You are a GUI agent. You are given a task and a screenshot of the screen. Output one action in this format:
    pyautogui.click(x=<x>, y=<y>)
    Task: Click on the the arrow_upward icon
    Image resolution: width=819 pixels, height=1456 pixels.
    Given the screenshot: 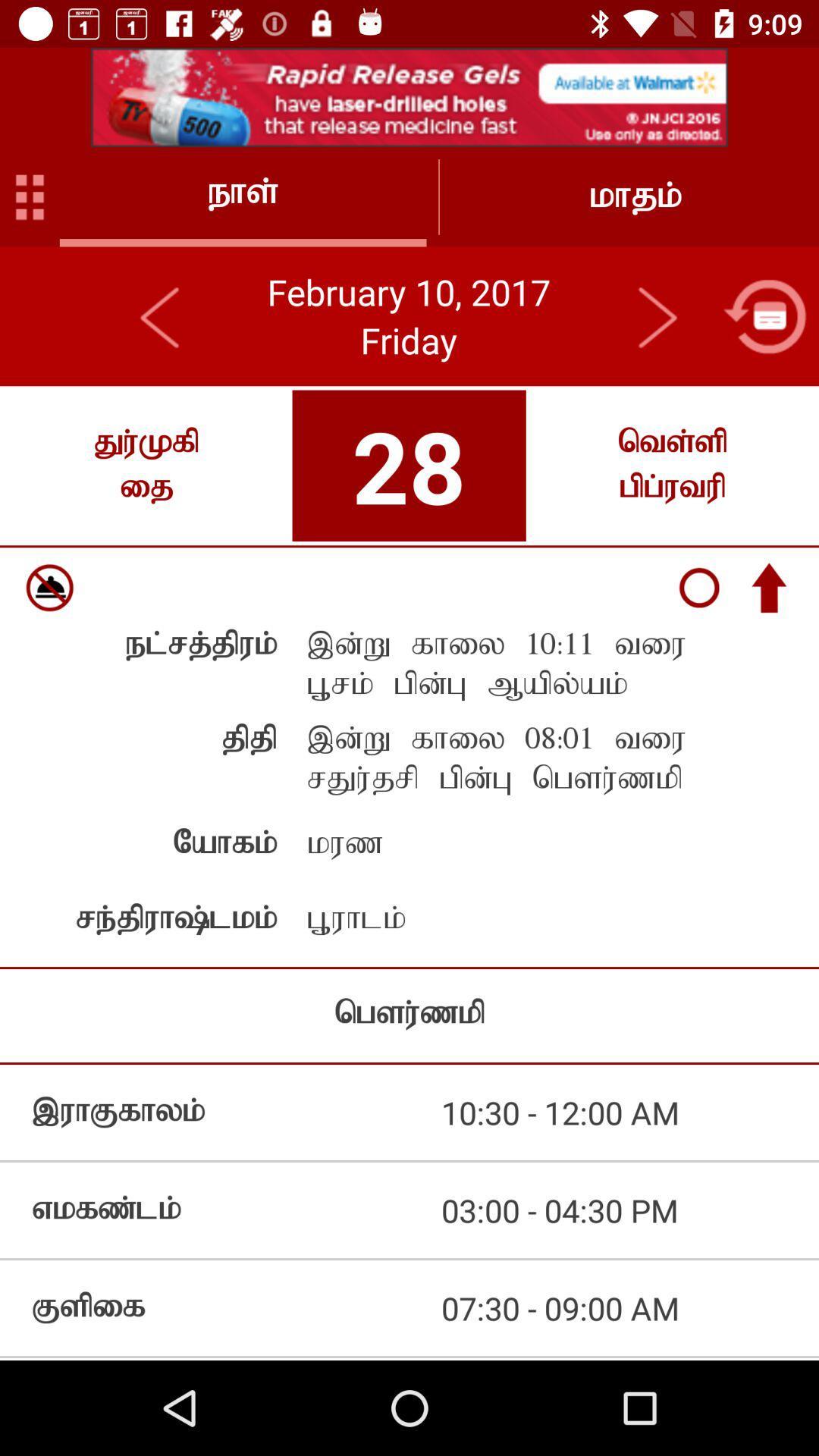 What is the action you would take?
    pyautogui.click(x=769, y=587)
    